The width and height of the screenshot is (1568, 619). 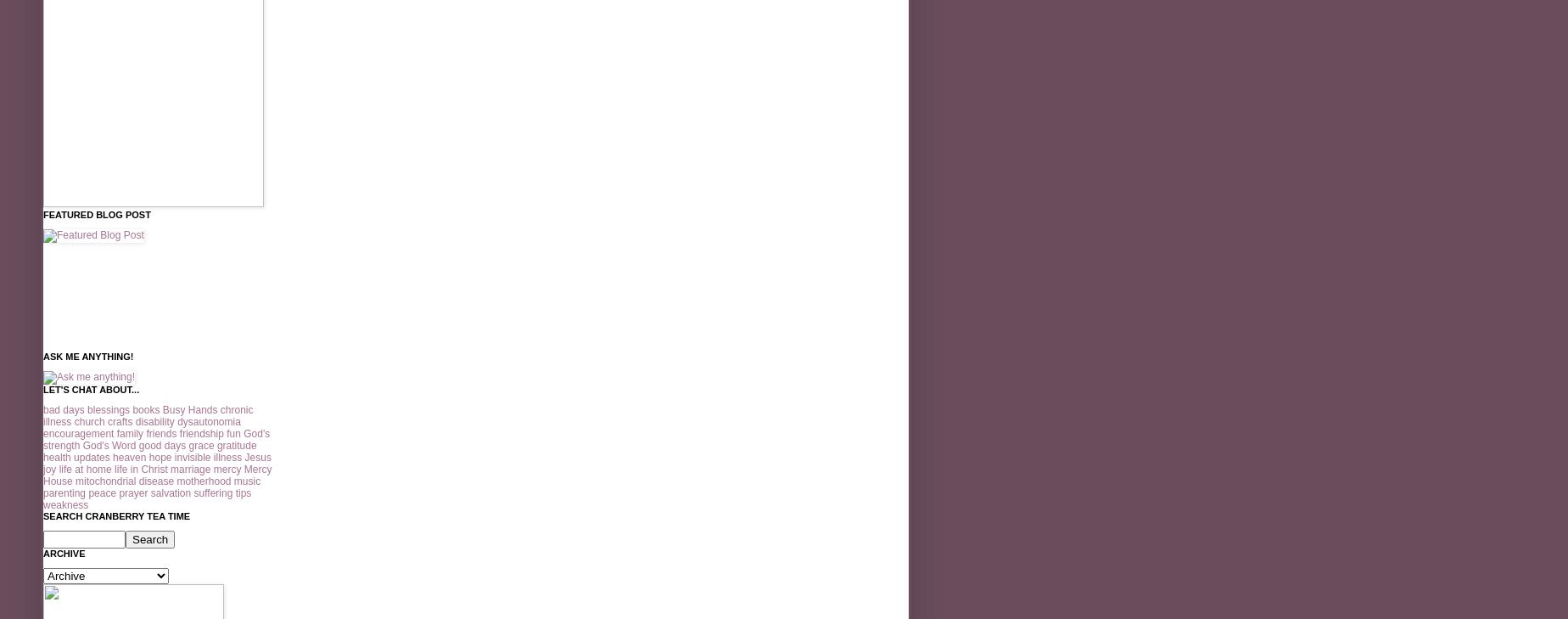 I want to click on 'health updates', so click(x=76, y=458).